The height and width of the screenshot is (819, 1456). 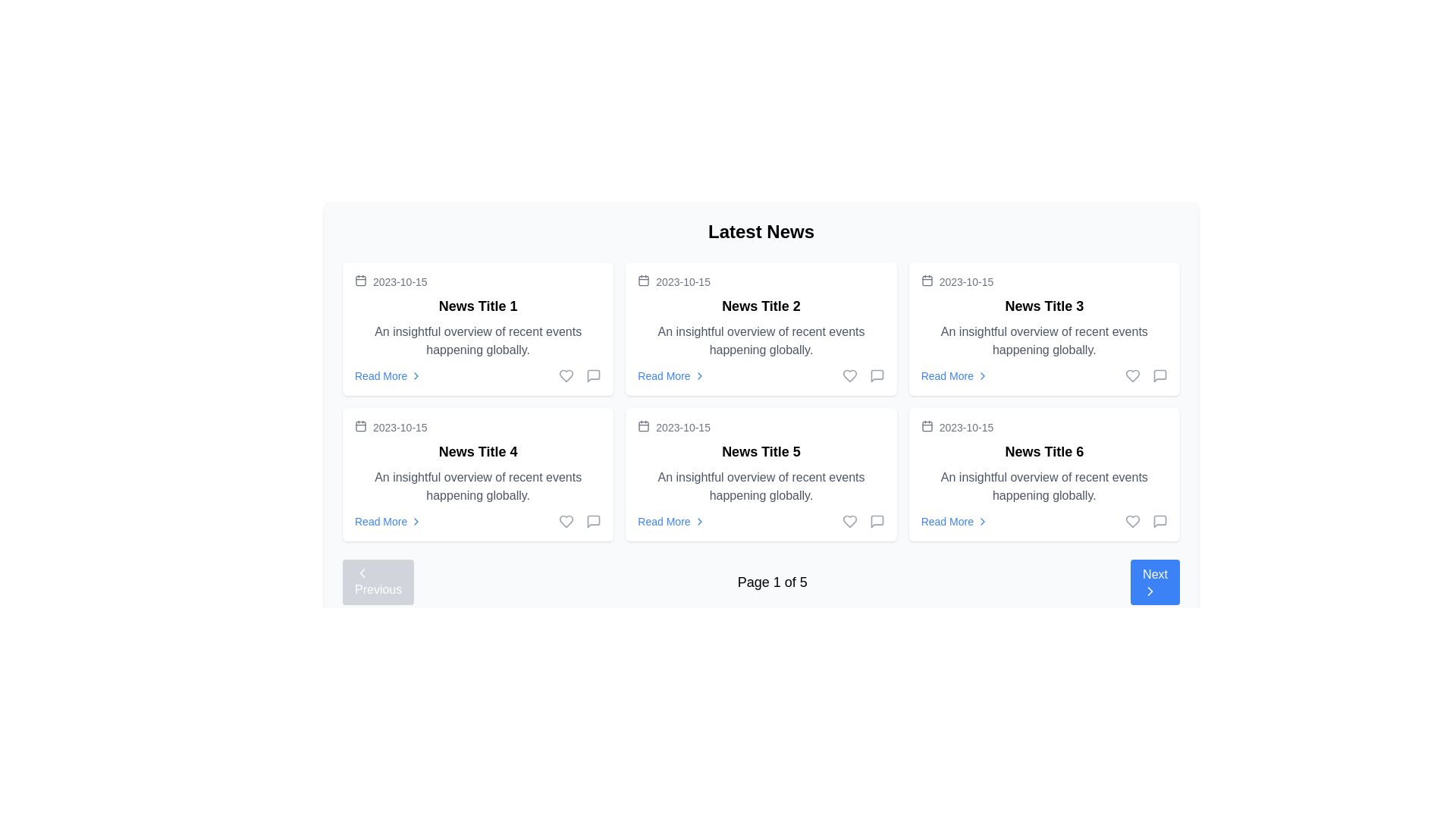 What do you see at coordinates (761, 328) in the screenshot?
I see `the second News Card in the three-column grid for accessibility navigation` at bounding box center [761, 328].